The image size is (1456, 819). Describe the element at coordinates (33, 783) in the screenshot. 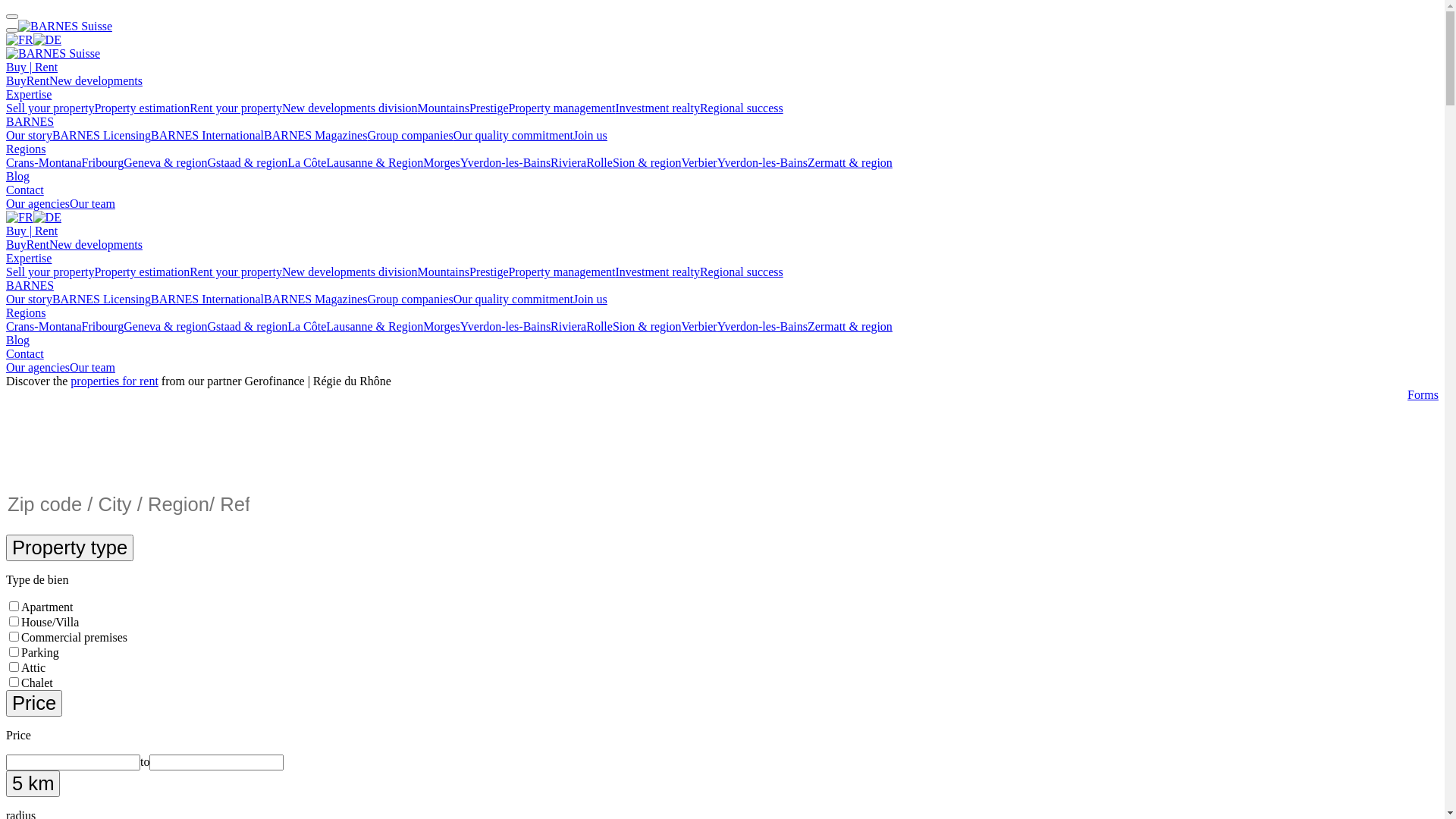

I see `'5 km'` at that location.